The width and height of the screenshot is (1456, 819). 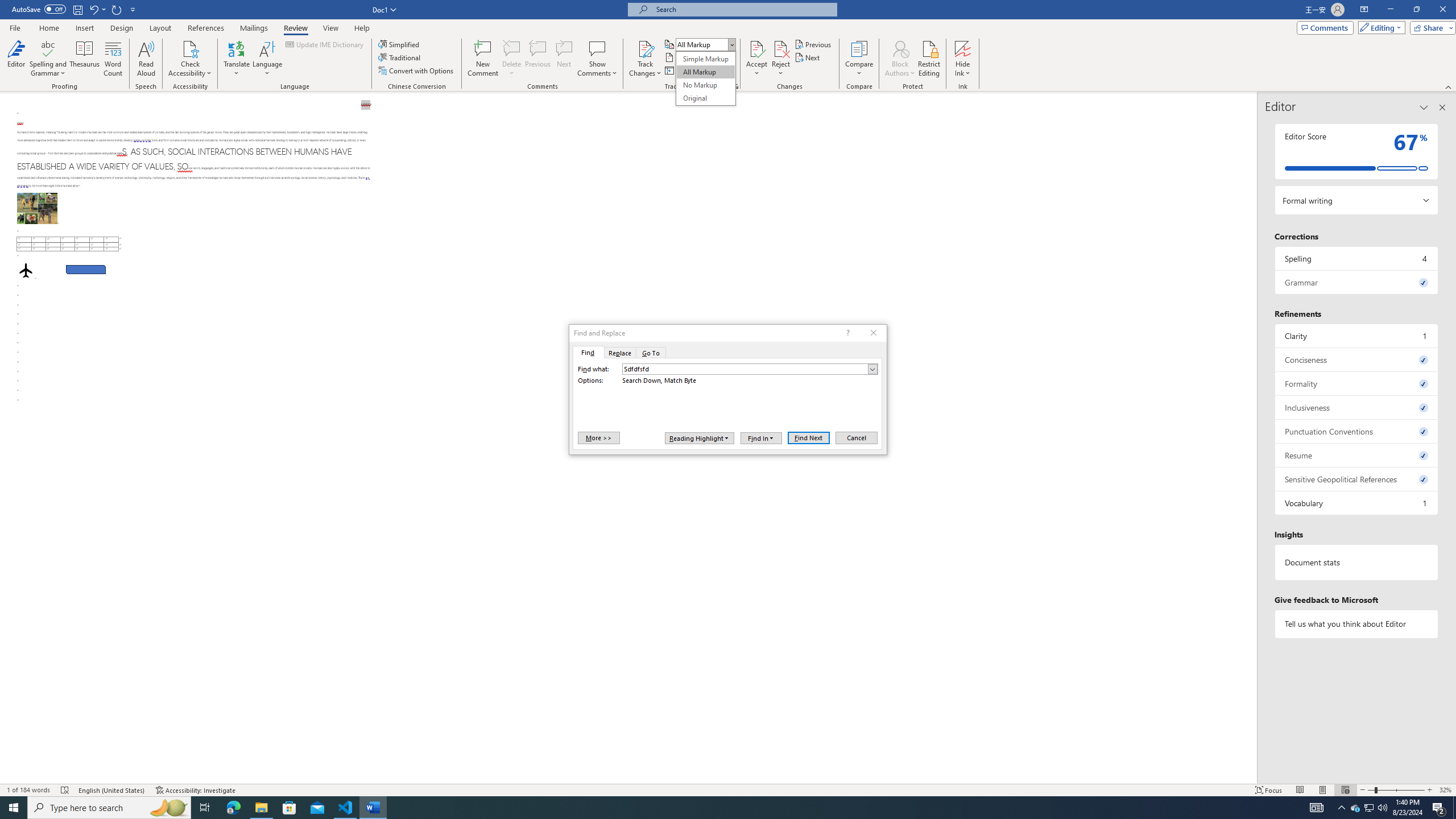 I want to click on 'Start', so click(x=14, y=806).